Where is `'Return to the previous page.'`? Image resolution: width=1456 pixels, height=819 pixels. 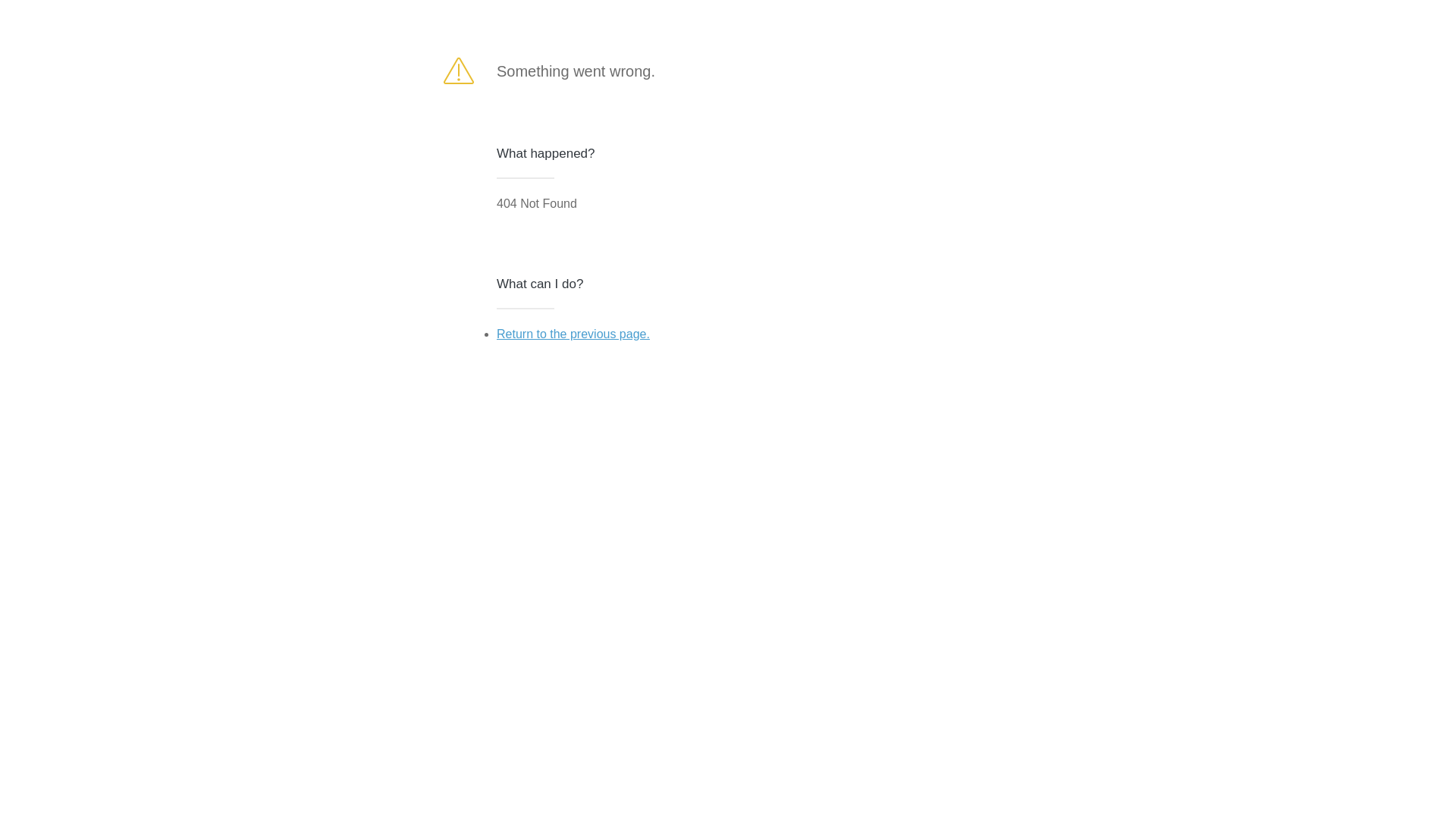
'Return to the previous page.' is located at coordinates (572, 333).